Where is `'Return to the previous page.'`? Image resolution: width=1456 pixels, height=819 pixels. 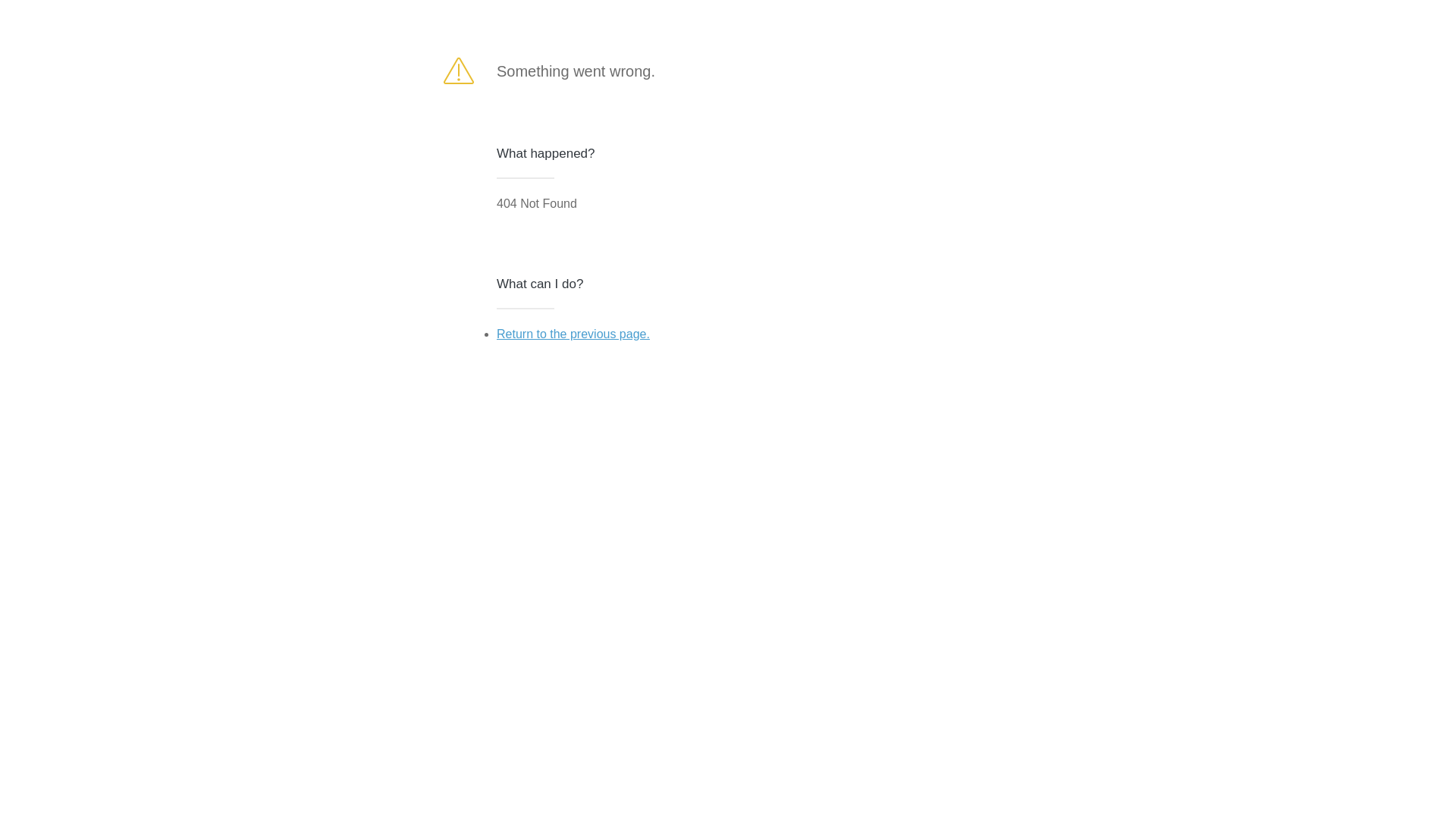
'Return to the previous page.' is located at coordinates (572, 333).